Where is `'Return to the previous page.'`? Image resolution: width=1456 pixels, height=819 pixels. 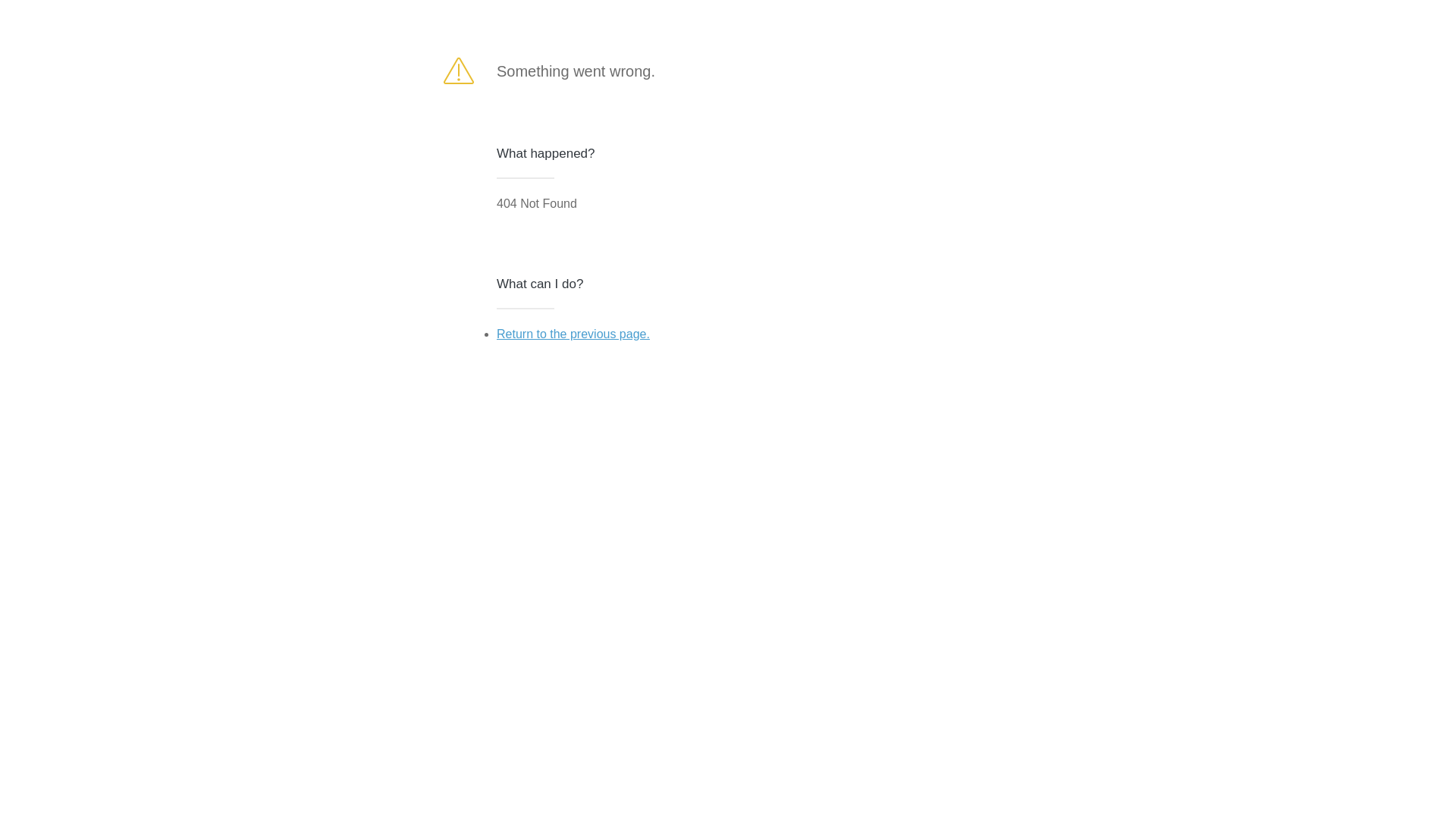
'Return to the previous page.' is located at coordinates (572, 333).